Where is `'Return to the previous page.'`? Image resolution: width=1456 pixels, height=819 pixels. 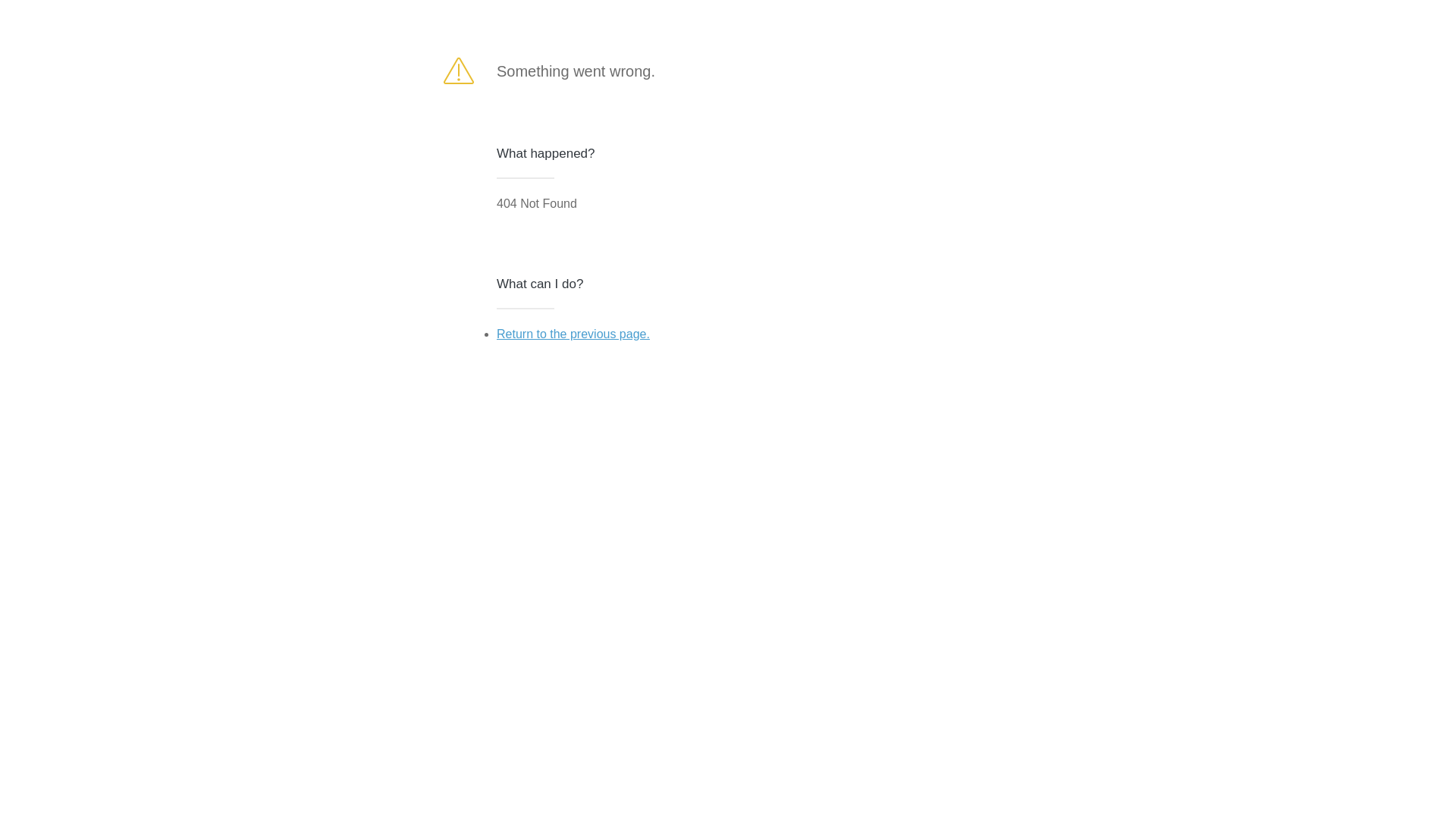
'Return to the previous page.' is located at coordinates (572, 333).